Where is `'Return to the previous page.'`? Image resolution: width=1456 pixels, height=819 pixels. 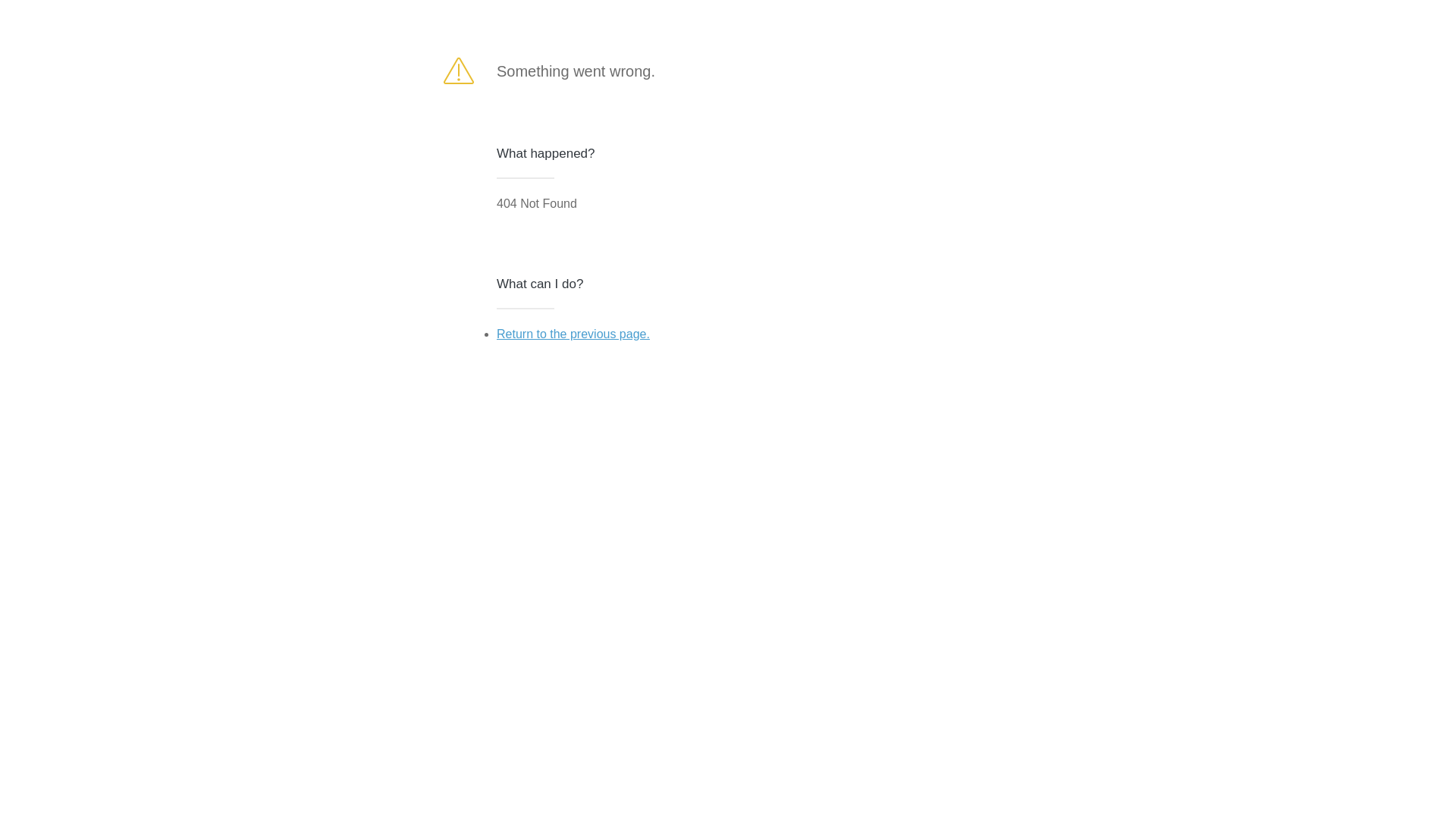
'Return to the previous page.' is located at coordinates (572, 333).